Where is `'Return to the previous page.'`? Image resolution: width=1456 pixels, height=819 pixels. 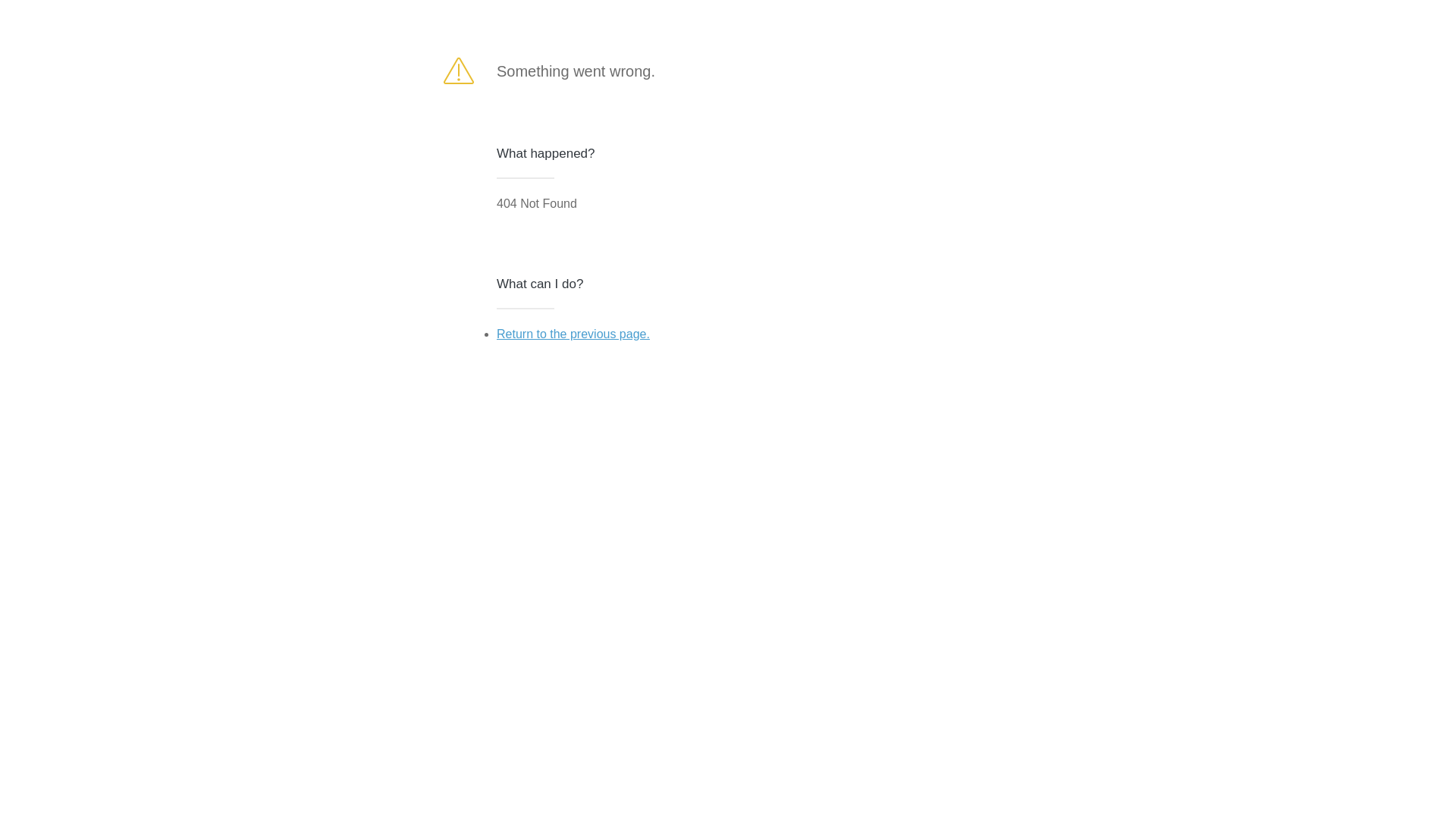
'Return to the previous page.' is located at coordinates (572, 333).